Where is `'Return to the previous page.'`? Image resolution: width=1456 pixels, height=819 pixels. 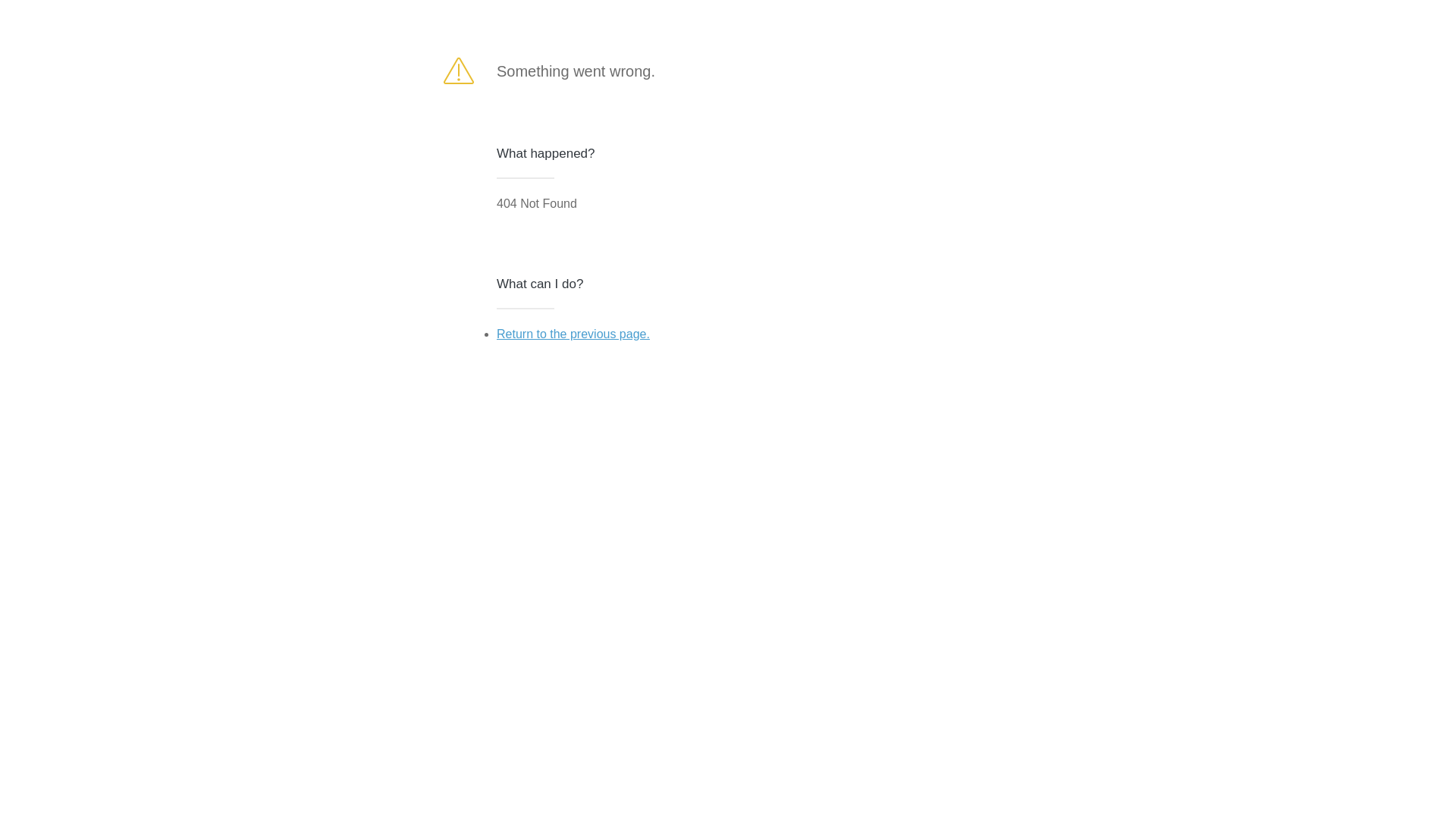
'Return to the previous page.' is located at coordinates (572, 333).